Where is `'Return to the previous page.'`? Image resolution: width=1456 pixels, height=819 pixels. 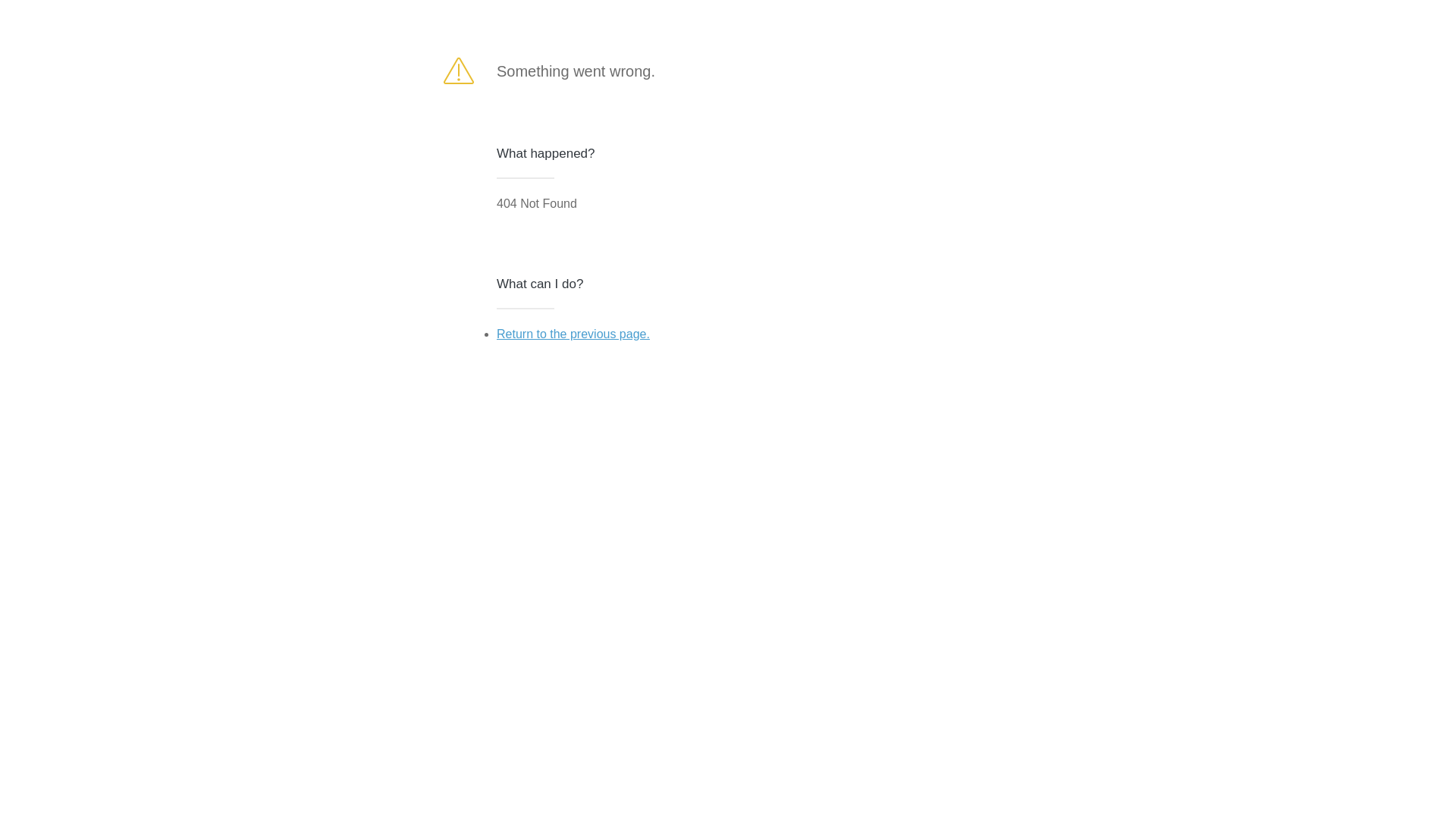
'Return to the previous page.' is located at coordinates (572, 333).